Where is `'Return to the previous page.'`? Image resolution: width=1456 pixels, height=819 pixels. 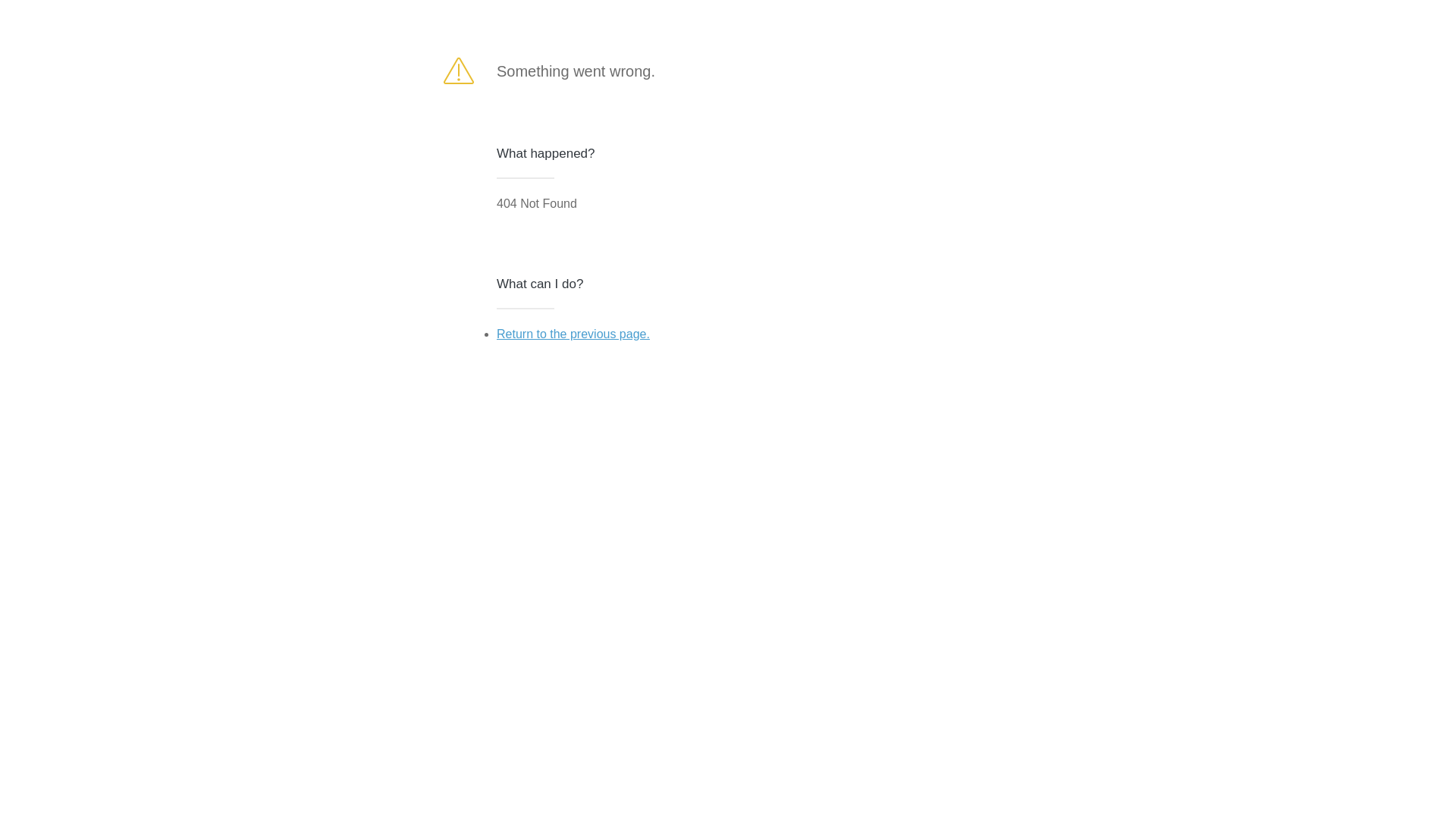
'Return to the previous page.' is located at coordinates (572, 333).